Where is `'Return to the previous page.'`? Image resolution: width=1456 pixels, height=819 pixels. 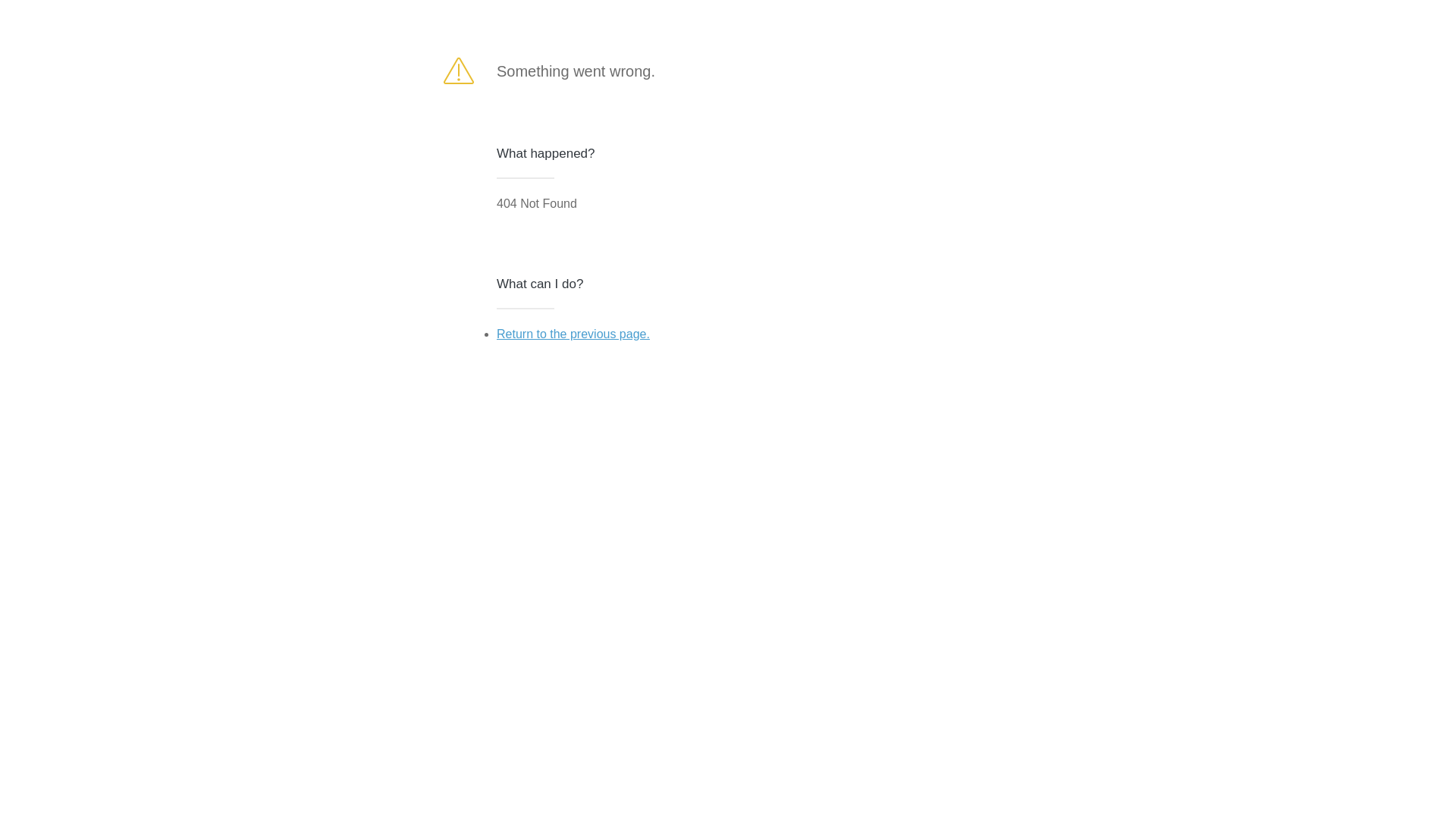
'Return to the previous page.' is located at coordinates (572, 333).